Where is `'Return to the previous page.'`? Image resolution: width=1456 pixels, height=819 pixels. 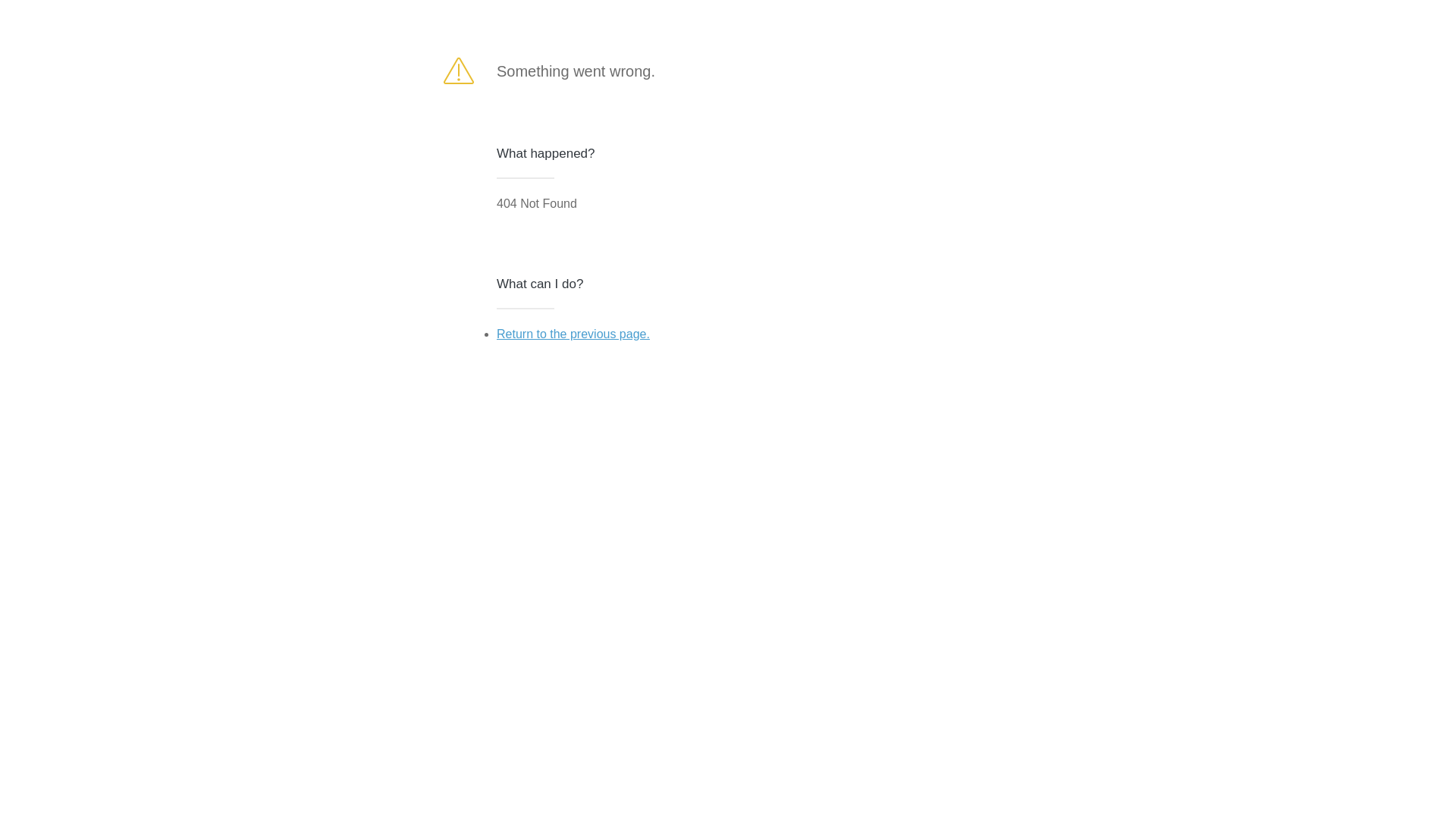
'Return to the previous page.' is located at coordinates (572, 333).